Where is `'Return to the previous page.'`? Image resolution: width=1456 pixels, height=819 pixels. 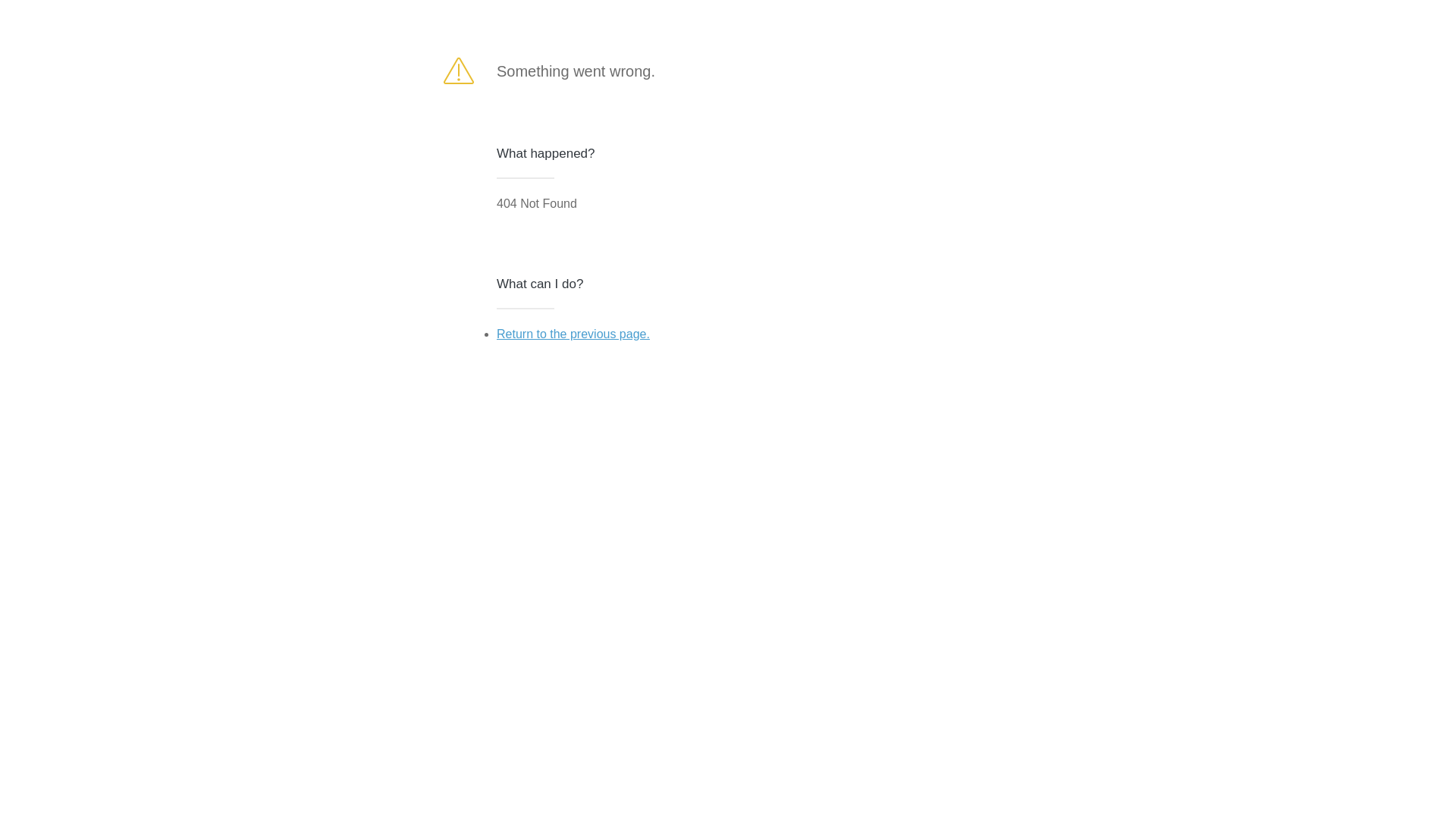
'Return to the previous page.' is located at coordinates (572, 333).